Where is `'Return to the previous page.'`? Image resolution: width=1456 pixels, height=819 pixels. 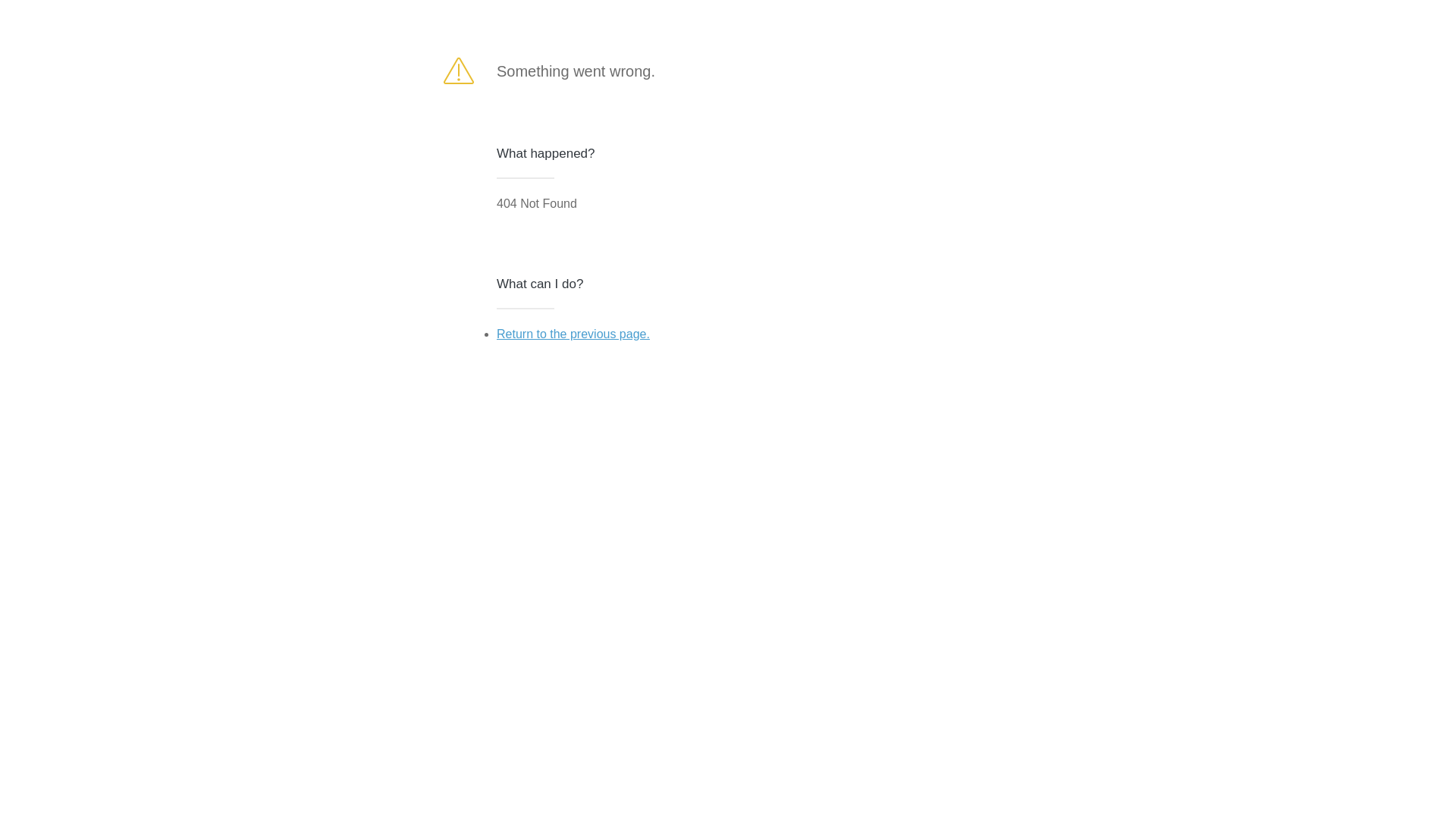
'Return to the previous page.' is located at coordinates (572, 333).